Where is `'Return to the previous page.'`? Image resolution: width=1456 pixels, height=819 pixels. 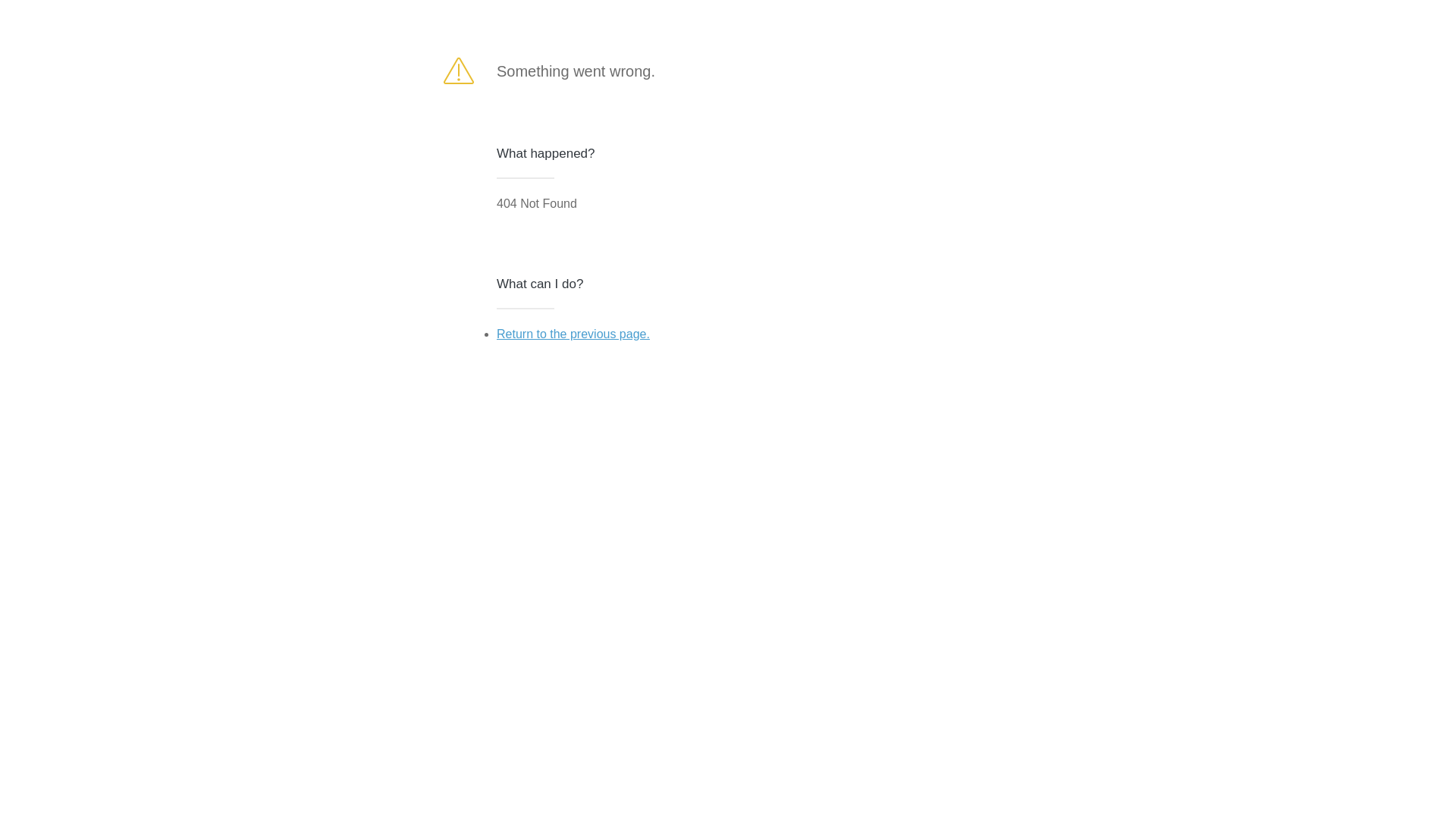
'Return to the previous page.' is located at coordinates (572, 333).